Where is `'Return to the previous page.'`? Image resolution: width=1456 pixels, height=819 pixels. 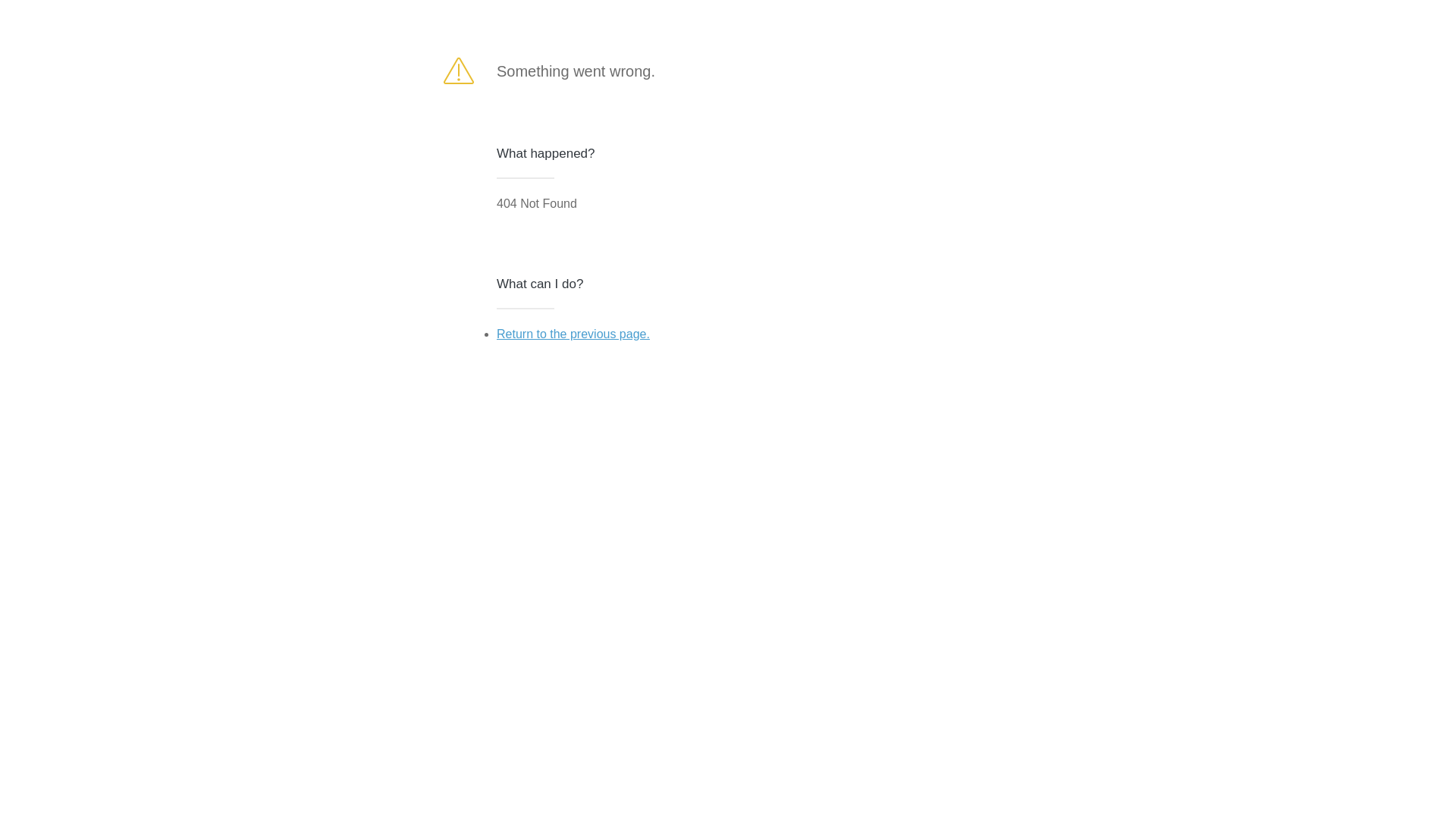
'Return to the previous page.' is located at coordinates (572, 333).